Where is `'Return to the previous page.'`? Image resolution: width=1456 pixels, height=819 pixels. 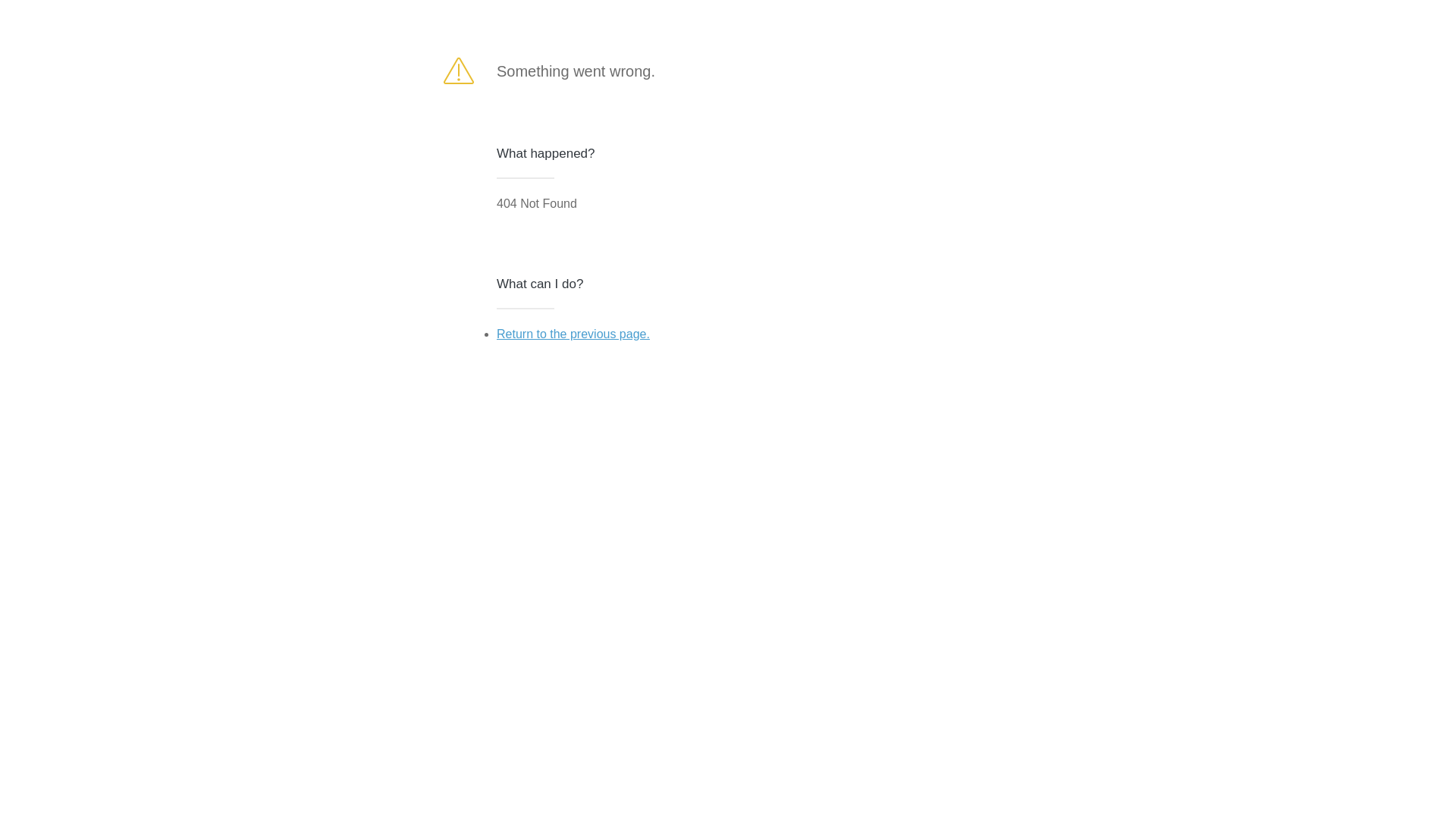
'Return to the previous page.' is located at coordinates (572, 333).